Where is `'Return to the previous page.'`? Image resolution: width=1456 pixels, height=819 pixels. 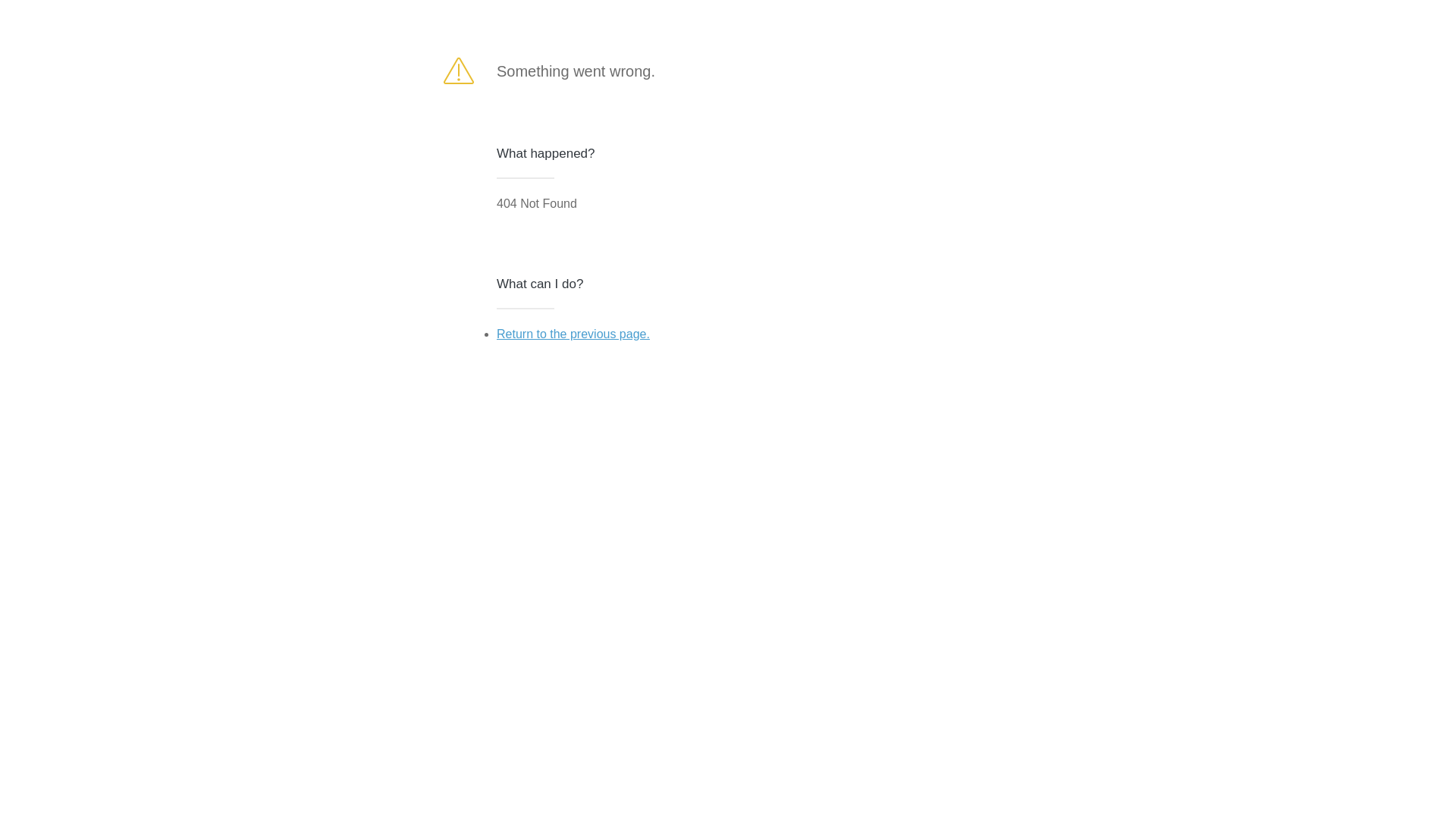
'Return to the previous page.' is located at coordinates (572, 333).